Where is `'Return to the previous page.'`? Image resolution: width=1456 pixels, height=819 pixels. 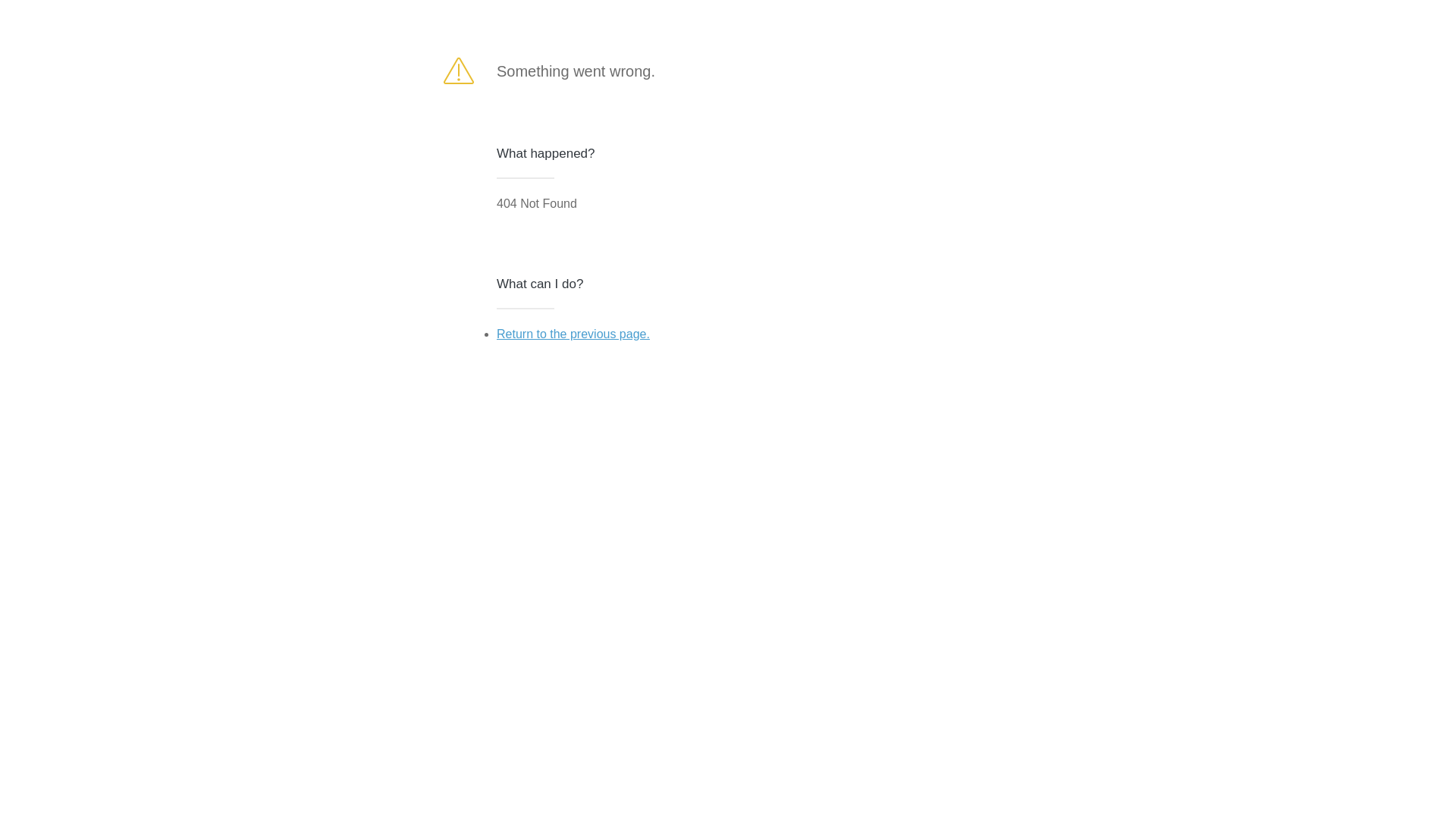
'Return to the previous page.' is located at coordinates (572, 333).